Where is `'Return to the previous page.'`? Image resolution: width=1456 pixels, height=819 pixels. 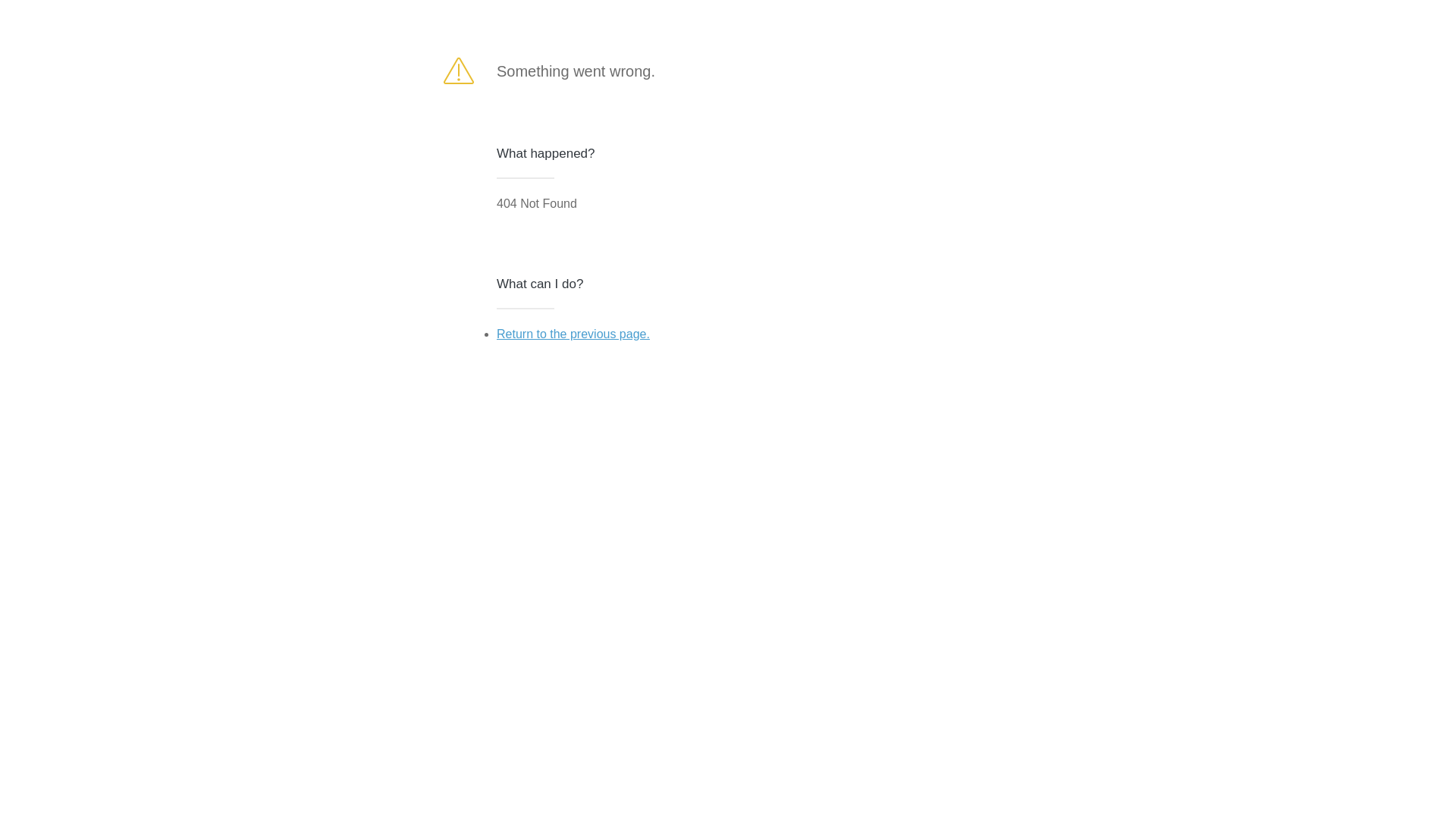
'Return to the previous page.' is located at coordinates (572, 333).